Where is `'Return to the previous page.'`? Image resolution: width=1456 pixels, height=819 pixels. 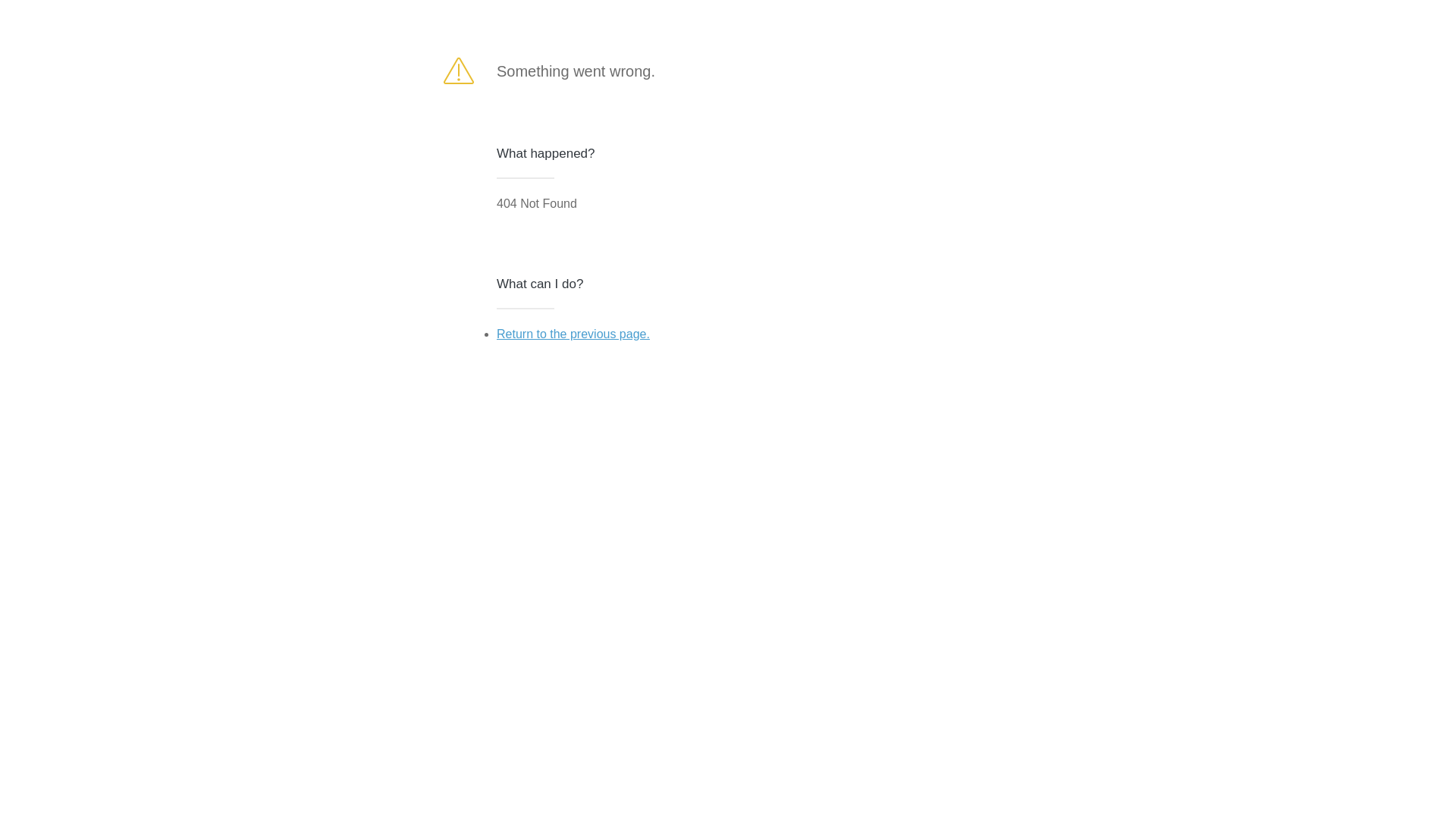
'Return to the previous page.' is located at coordinates (572, 333).